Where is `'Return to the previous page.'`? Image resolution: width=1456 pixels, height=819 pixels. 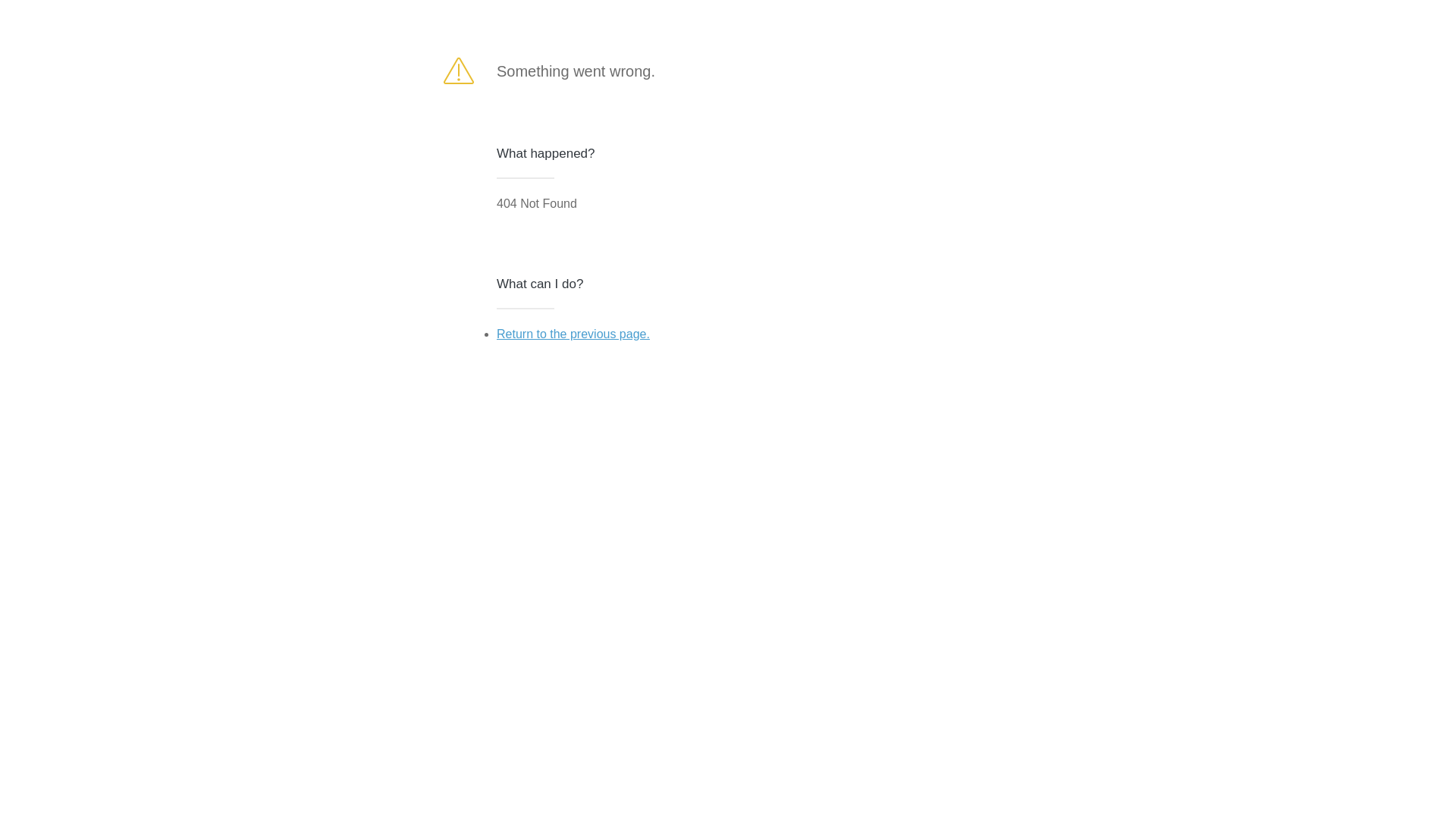
'Return to the previous page.' is located at coordinates (572, 333).